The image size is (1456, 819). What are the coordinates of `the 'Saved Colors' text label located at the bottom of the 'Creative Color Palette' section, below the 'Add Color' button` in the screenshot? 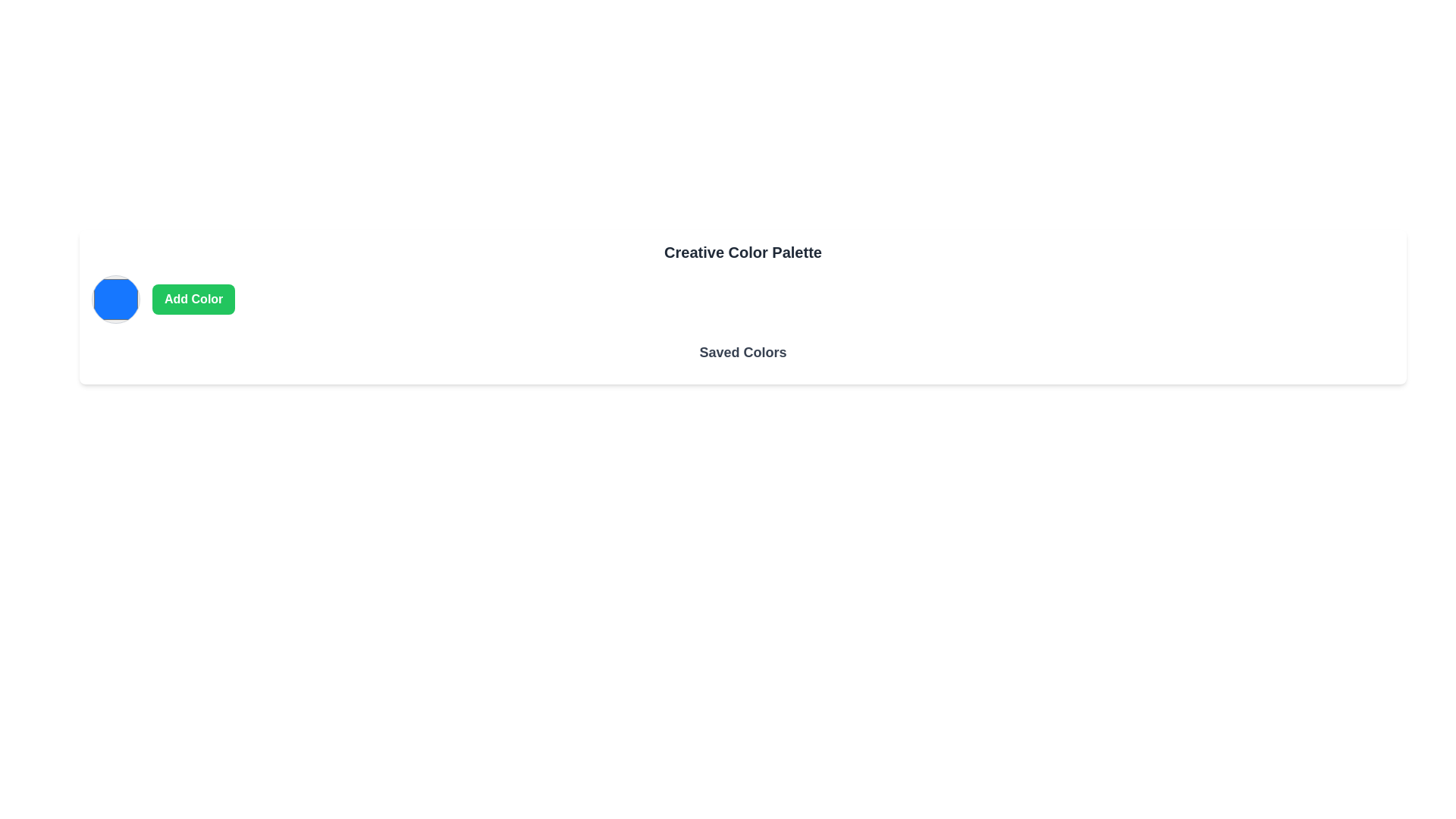 It's located at (742, 356).